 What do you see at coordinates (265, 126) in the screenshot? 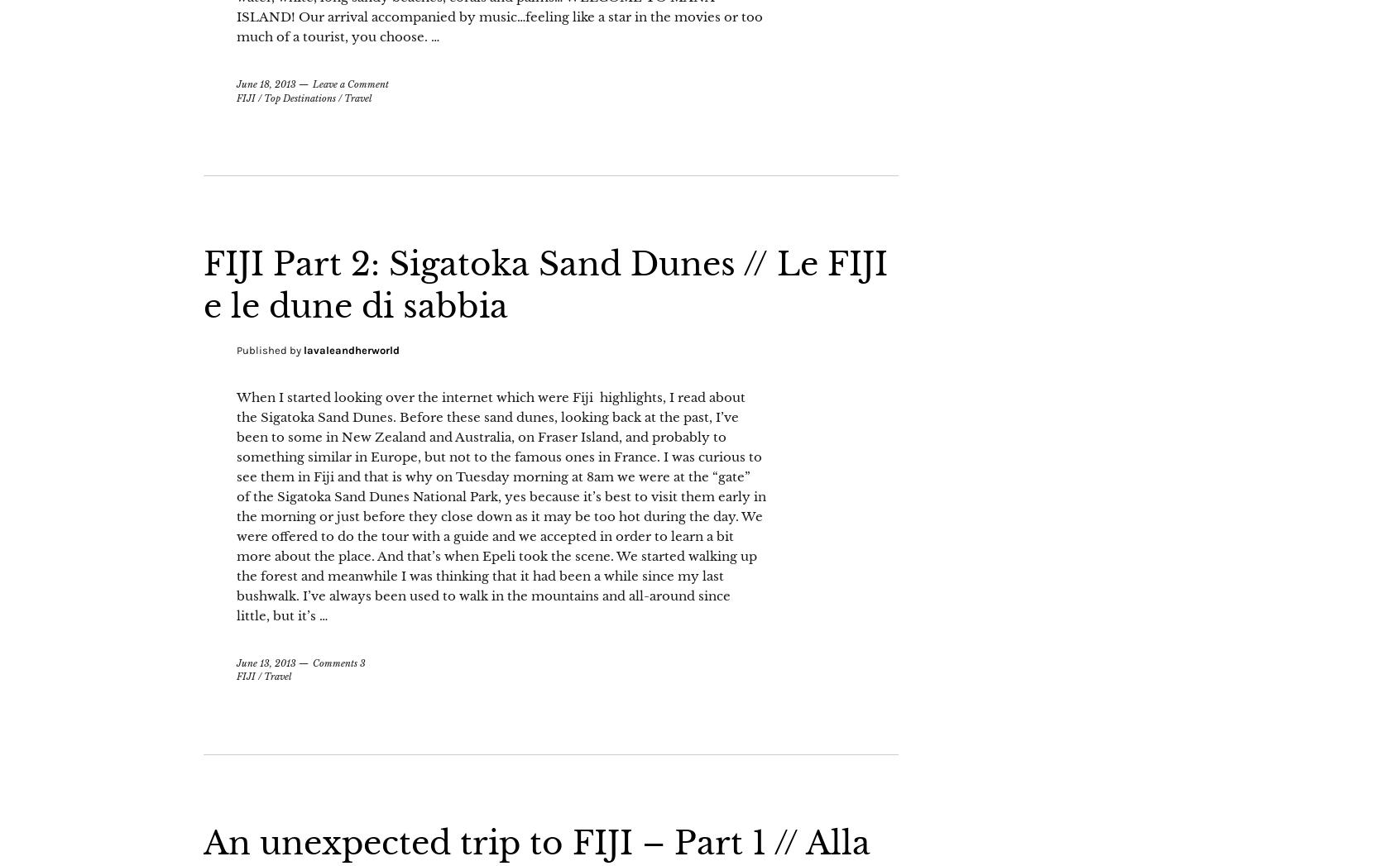
I see `'June 18, 2013'` at bounding box center [265, 126].